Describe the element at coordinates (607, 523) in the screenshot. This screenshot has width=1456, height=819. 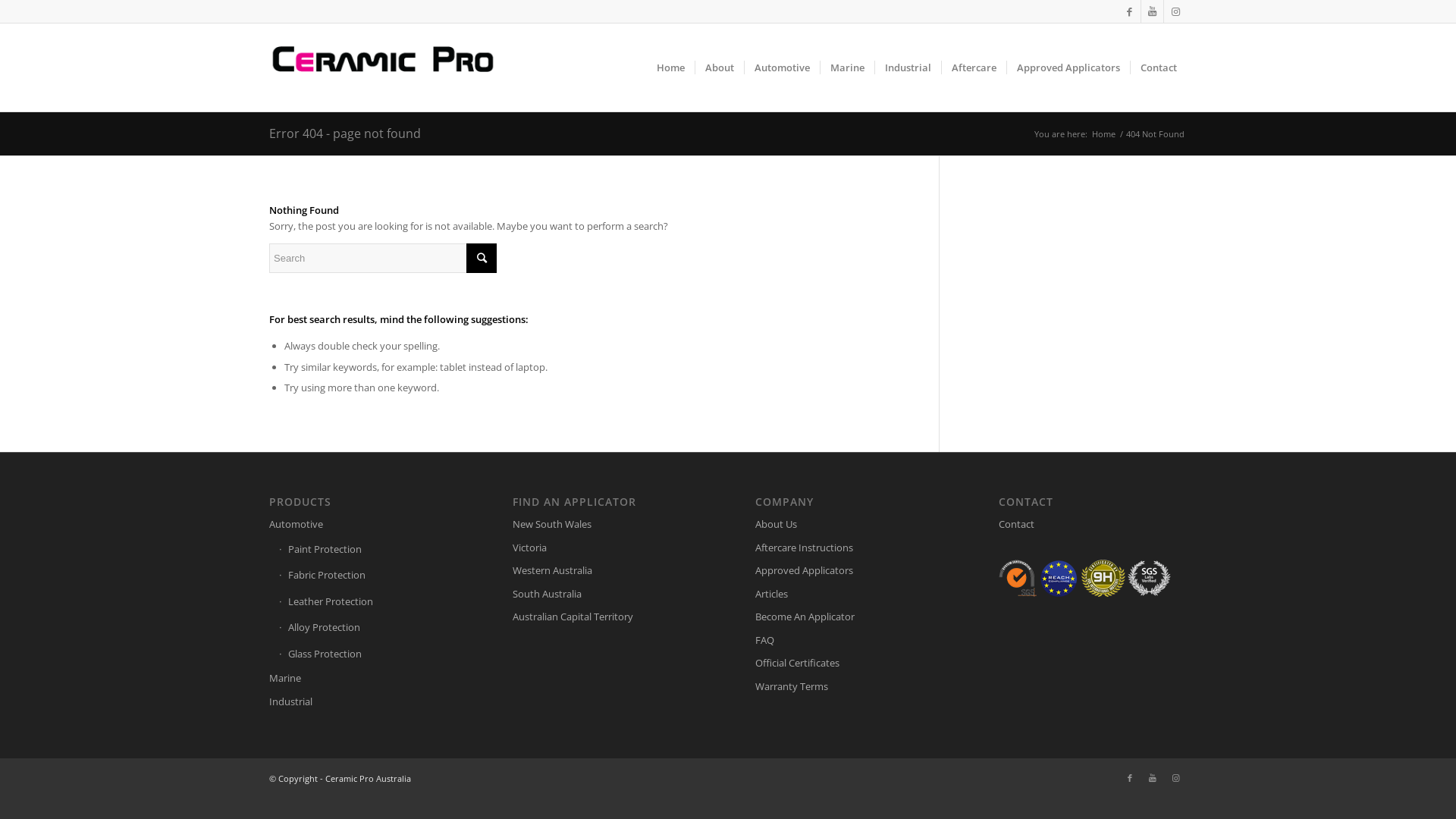
I see `'New South Wales'` at that location.